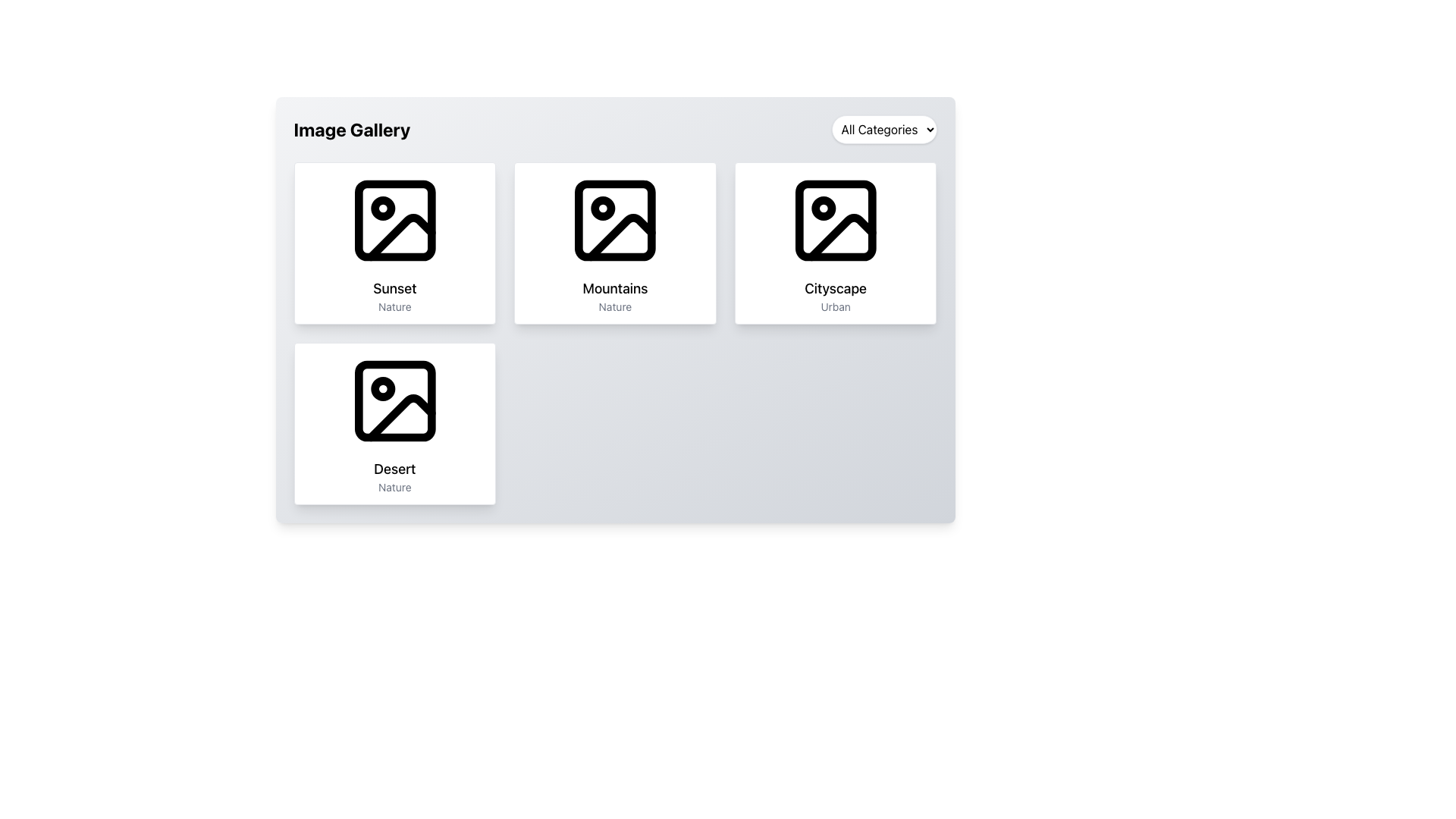  What do you see at coordinates (394, 400) in the screenshot?
I see `the icon in the bottom-left panel of the 'Image Gallery' grid layout that represents the 'Desert' category` at bounding box center [394, 400].